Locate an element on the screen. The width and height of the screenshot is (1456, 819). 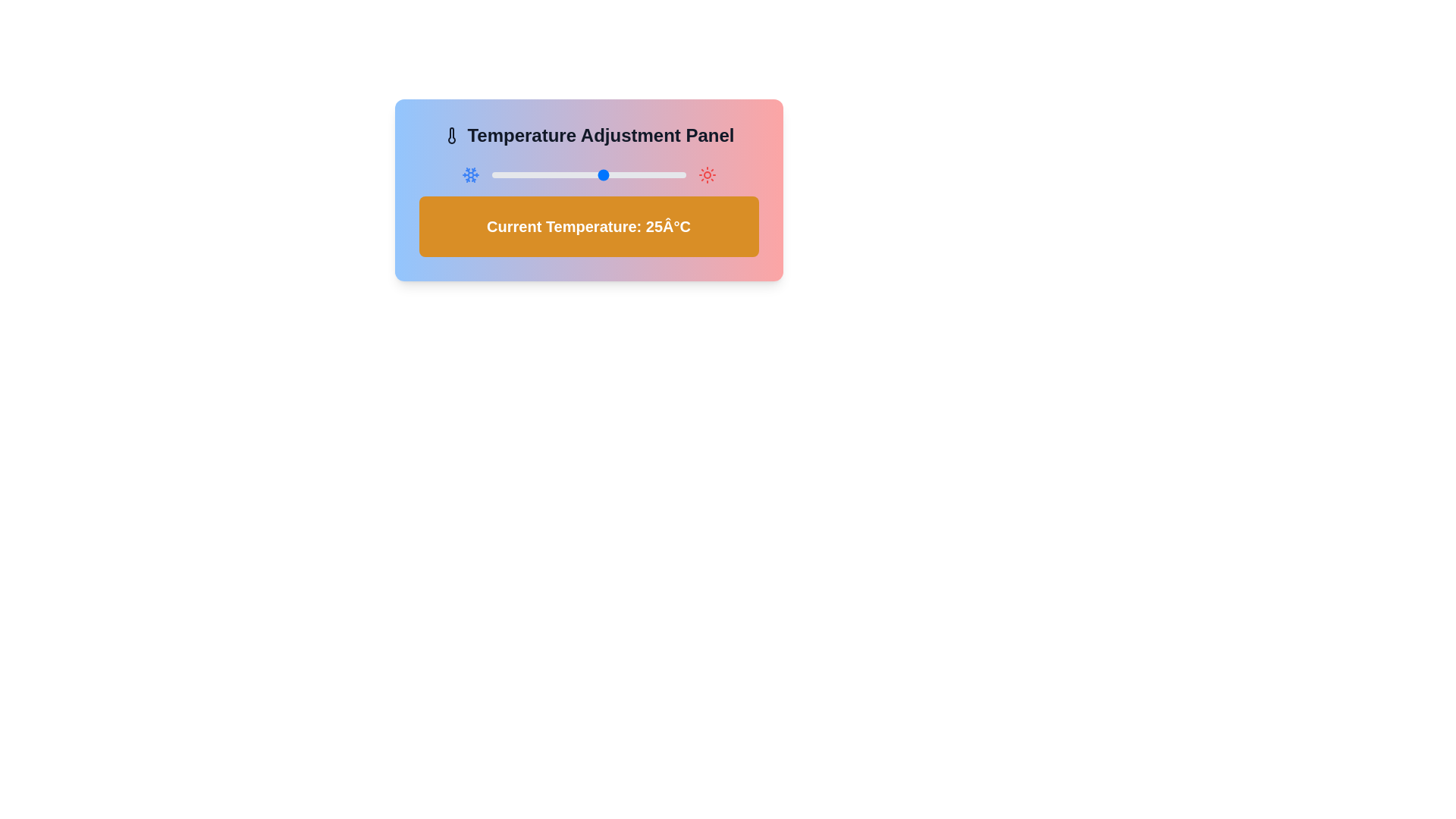
the temperature to 48°C using the slider is located at coordinates (679, 174).